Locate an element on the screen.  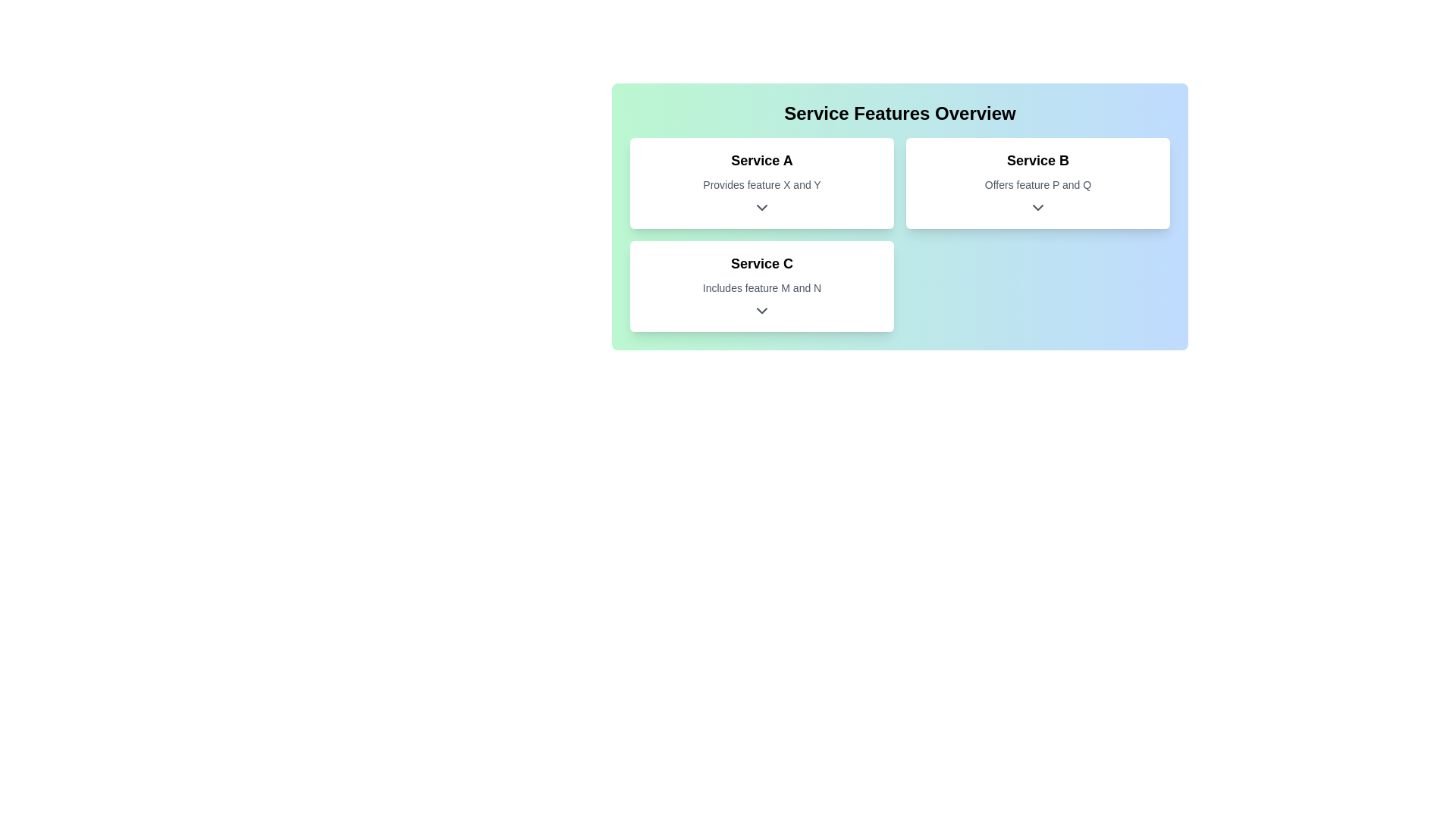
the Dropdown indicator icon located centrally beneath the text 'Provides feature X and Y' is located at coordinates (761, 207).